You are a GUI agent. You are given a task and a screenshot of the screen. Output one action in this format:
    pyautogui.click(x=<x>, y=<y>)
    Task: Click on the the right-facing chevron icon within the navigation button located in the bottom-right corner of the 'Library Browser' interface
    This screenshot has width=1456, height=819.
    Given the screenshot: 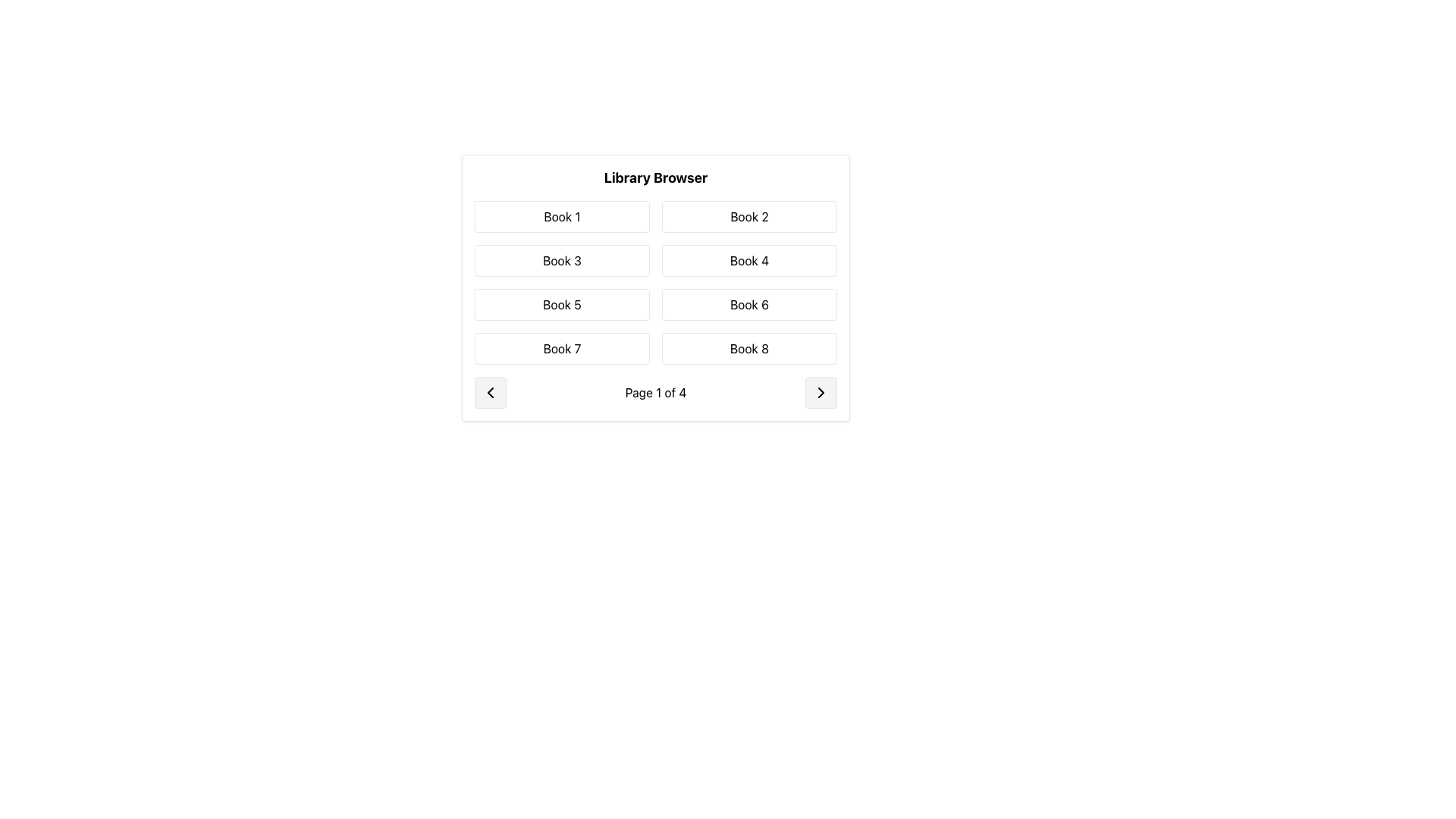 What is the action you would take?
    pyautogui.click(x=821, y=391)
    